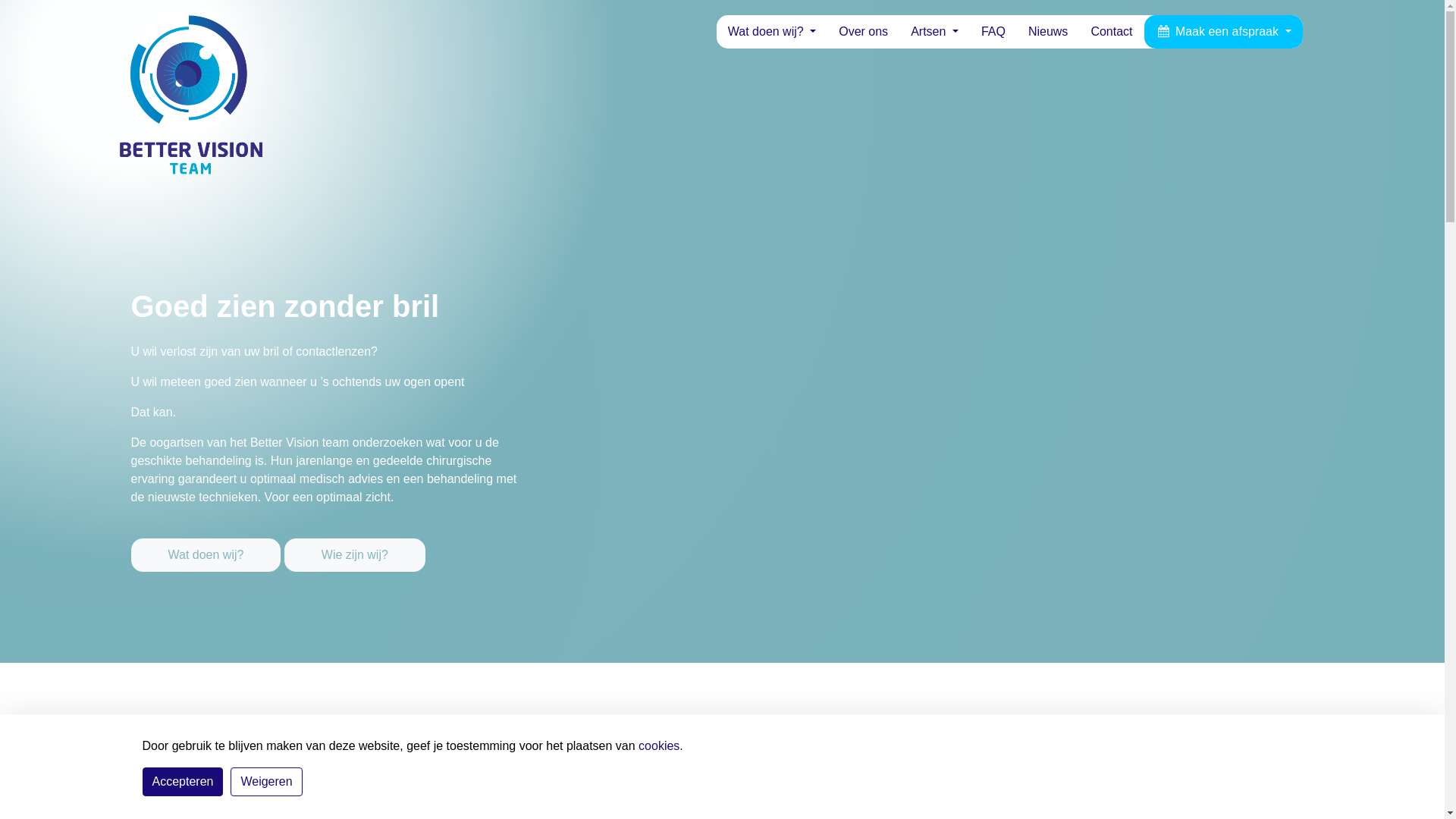  Describe the element at coordinates (353, 555) in the screenshot. I see `'Wie zijn wij?'` at that location.